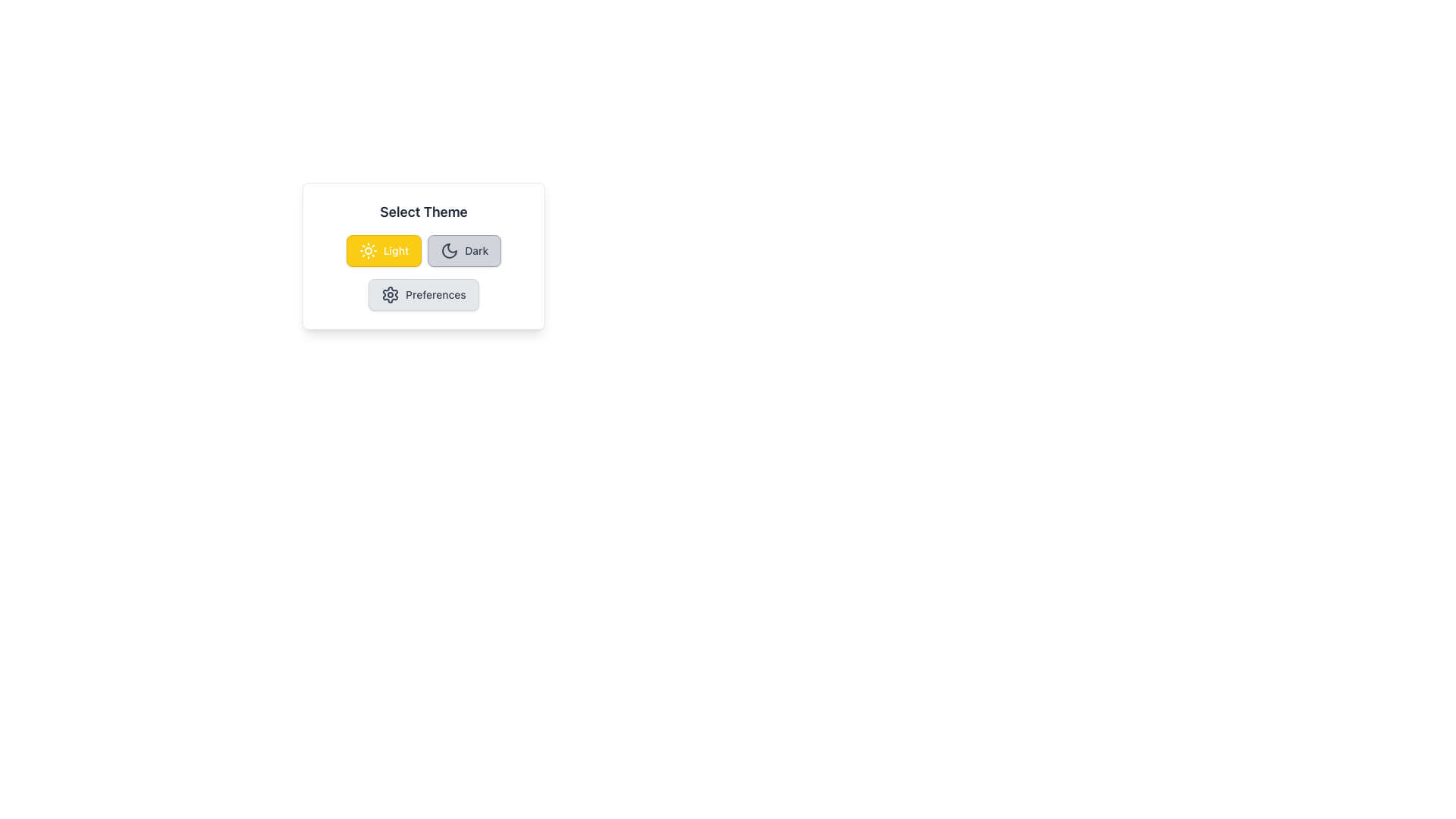  Describe the element at coordinates (391, 295) in the screenshot. I see `the gear icon within the 'Preferences' button, which is the third button in the vertical alignment of three interactive elements in the 'Select Theme' section, to invoke settings or preferences modification functionalities` at that location.